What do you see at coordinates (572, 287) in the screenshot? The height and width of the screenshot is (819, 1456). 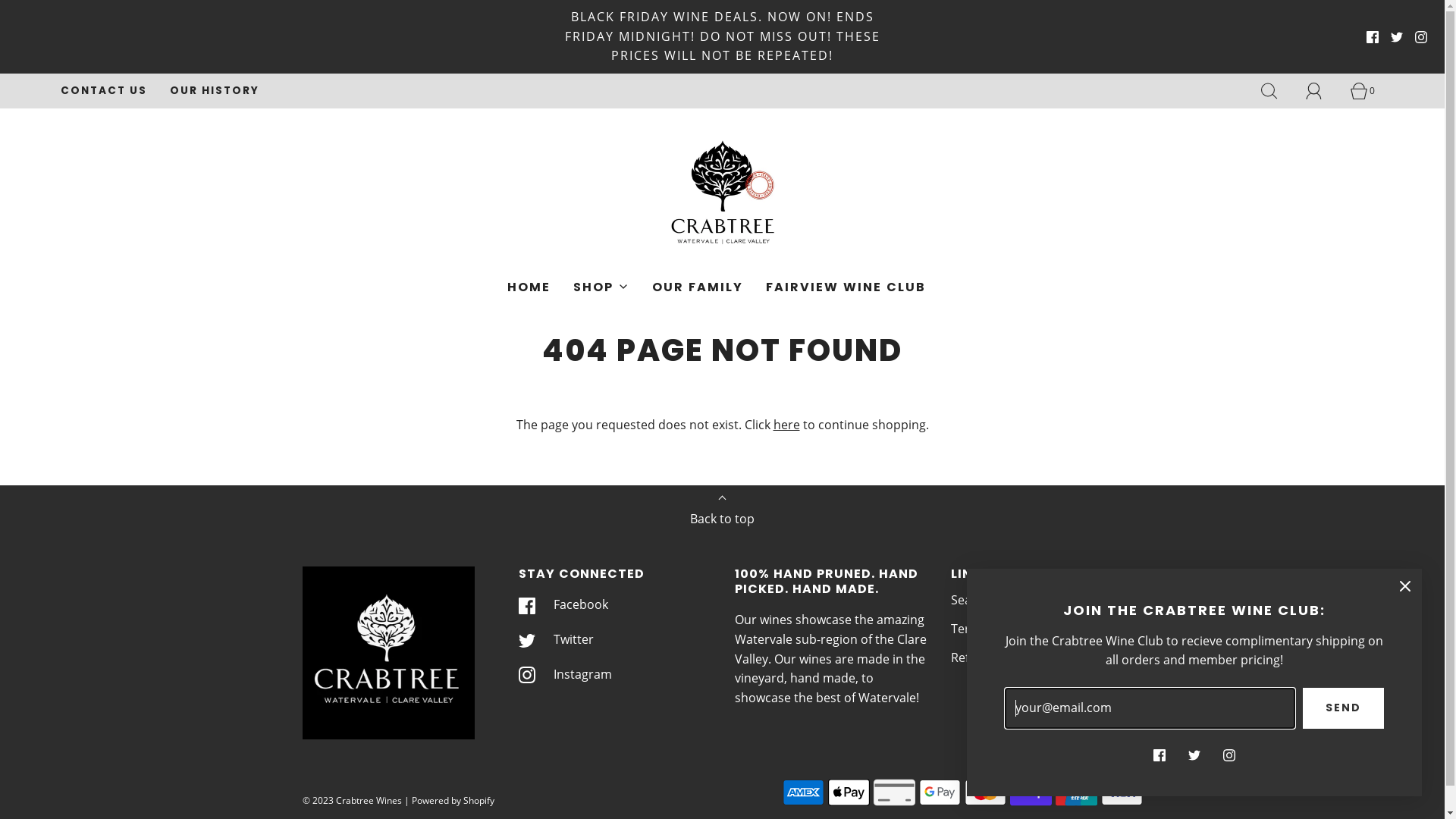 I see `'SHOP'` at bounding box center [572, 287].